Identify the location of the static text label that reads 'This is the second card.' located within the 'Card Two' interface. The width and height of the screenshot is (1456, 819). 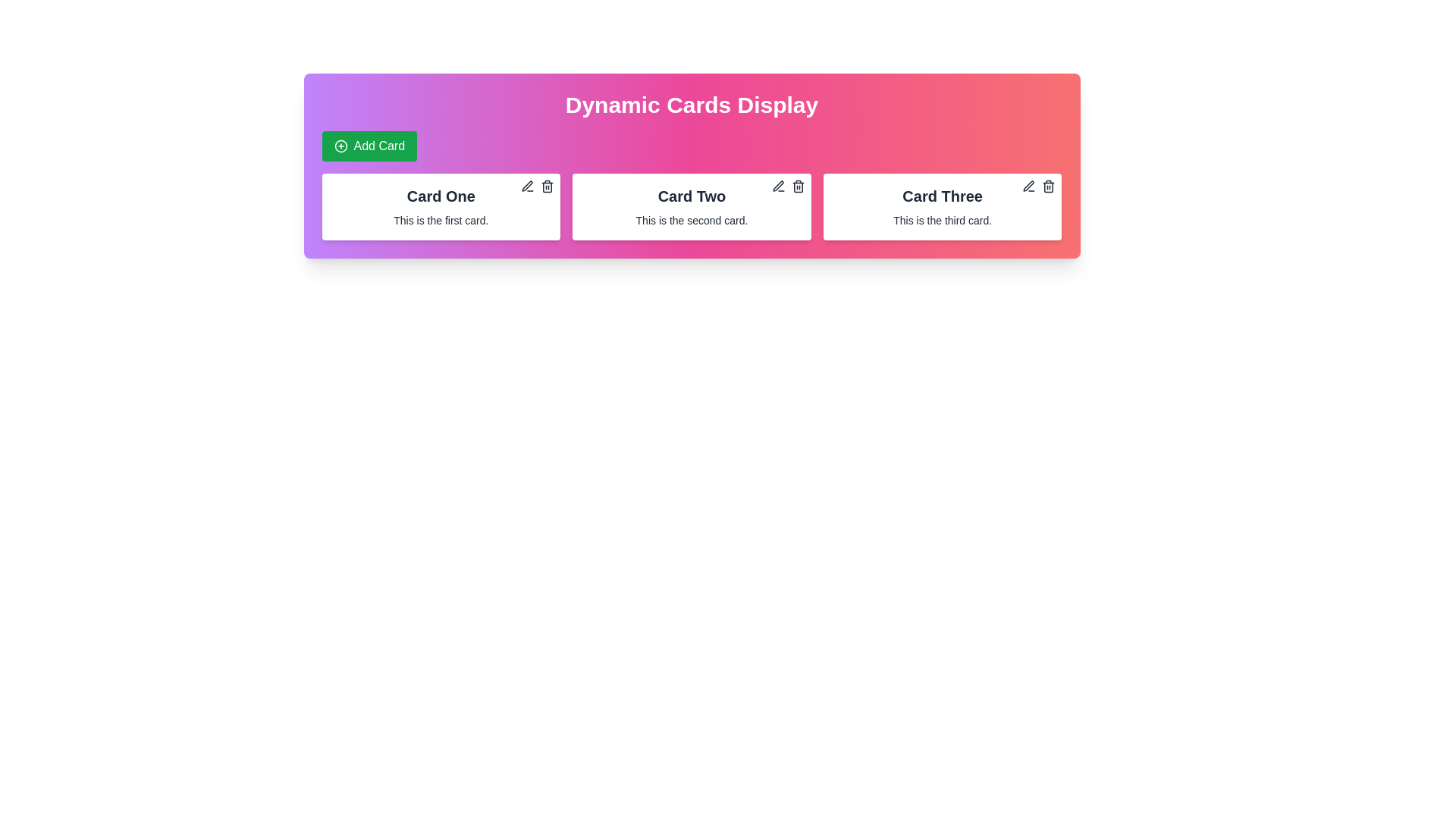
(691, 220).